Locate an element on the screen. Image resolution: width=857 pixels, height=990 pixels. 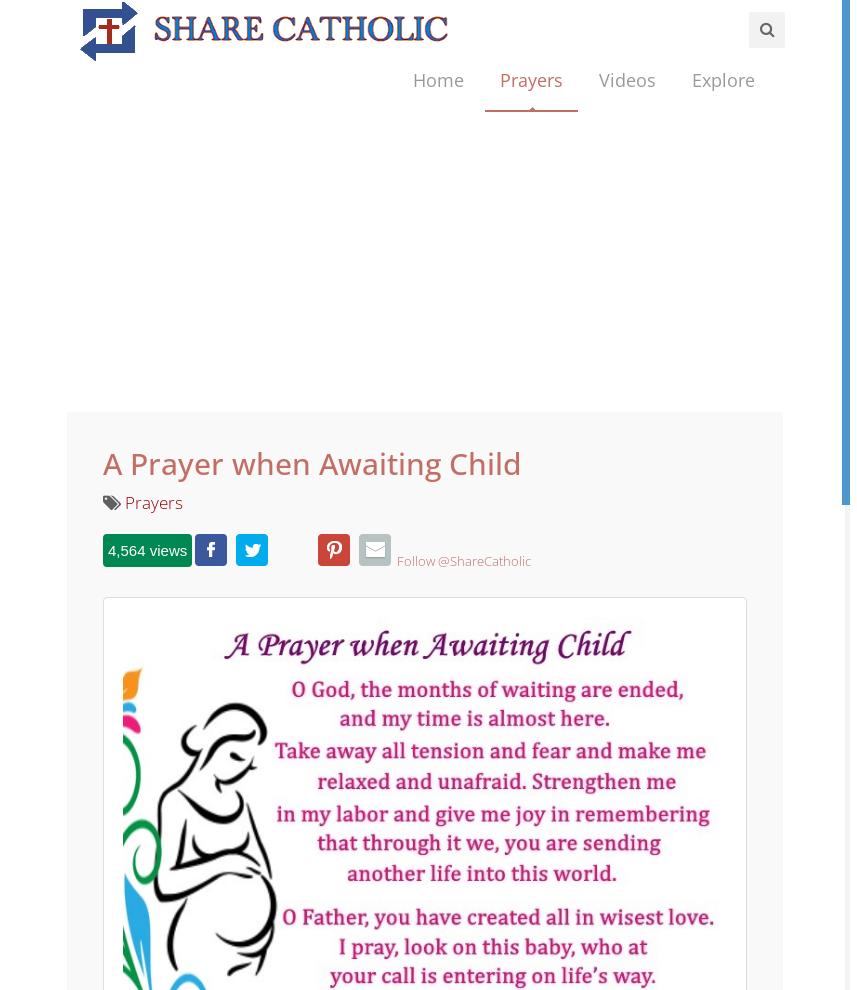
'Videos' is located at coordinates (597, 126).